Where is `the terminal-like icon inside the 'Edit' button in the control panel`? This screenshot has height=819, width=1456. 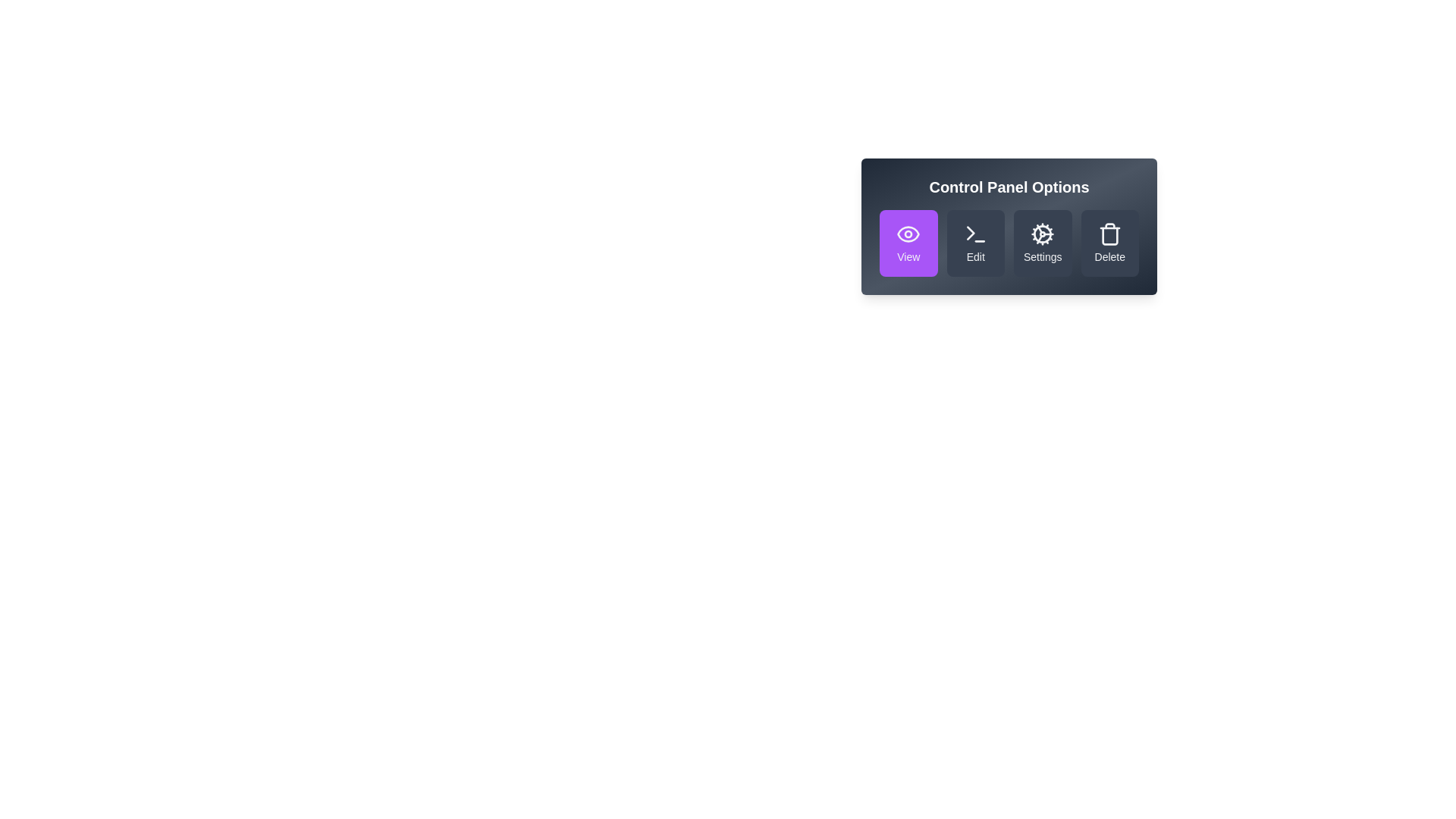
the terminal-like icon inside the 'Edit' button in the control panel is located at coordinates (975, 234).